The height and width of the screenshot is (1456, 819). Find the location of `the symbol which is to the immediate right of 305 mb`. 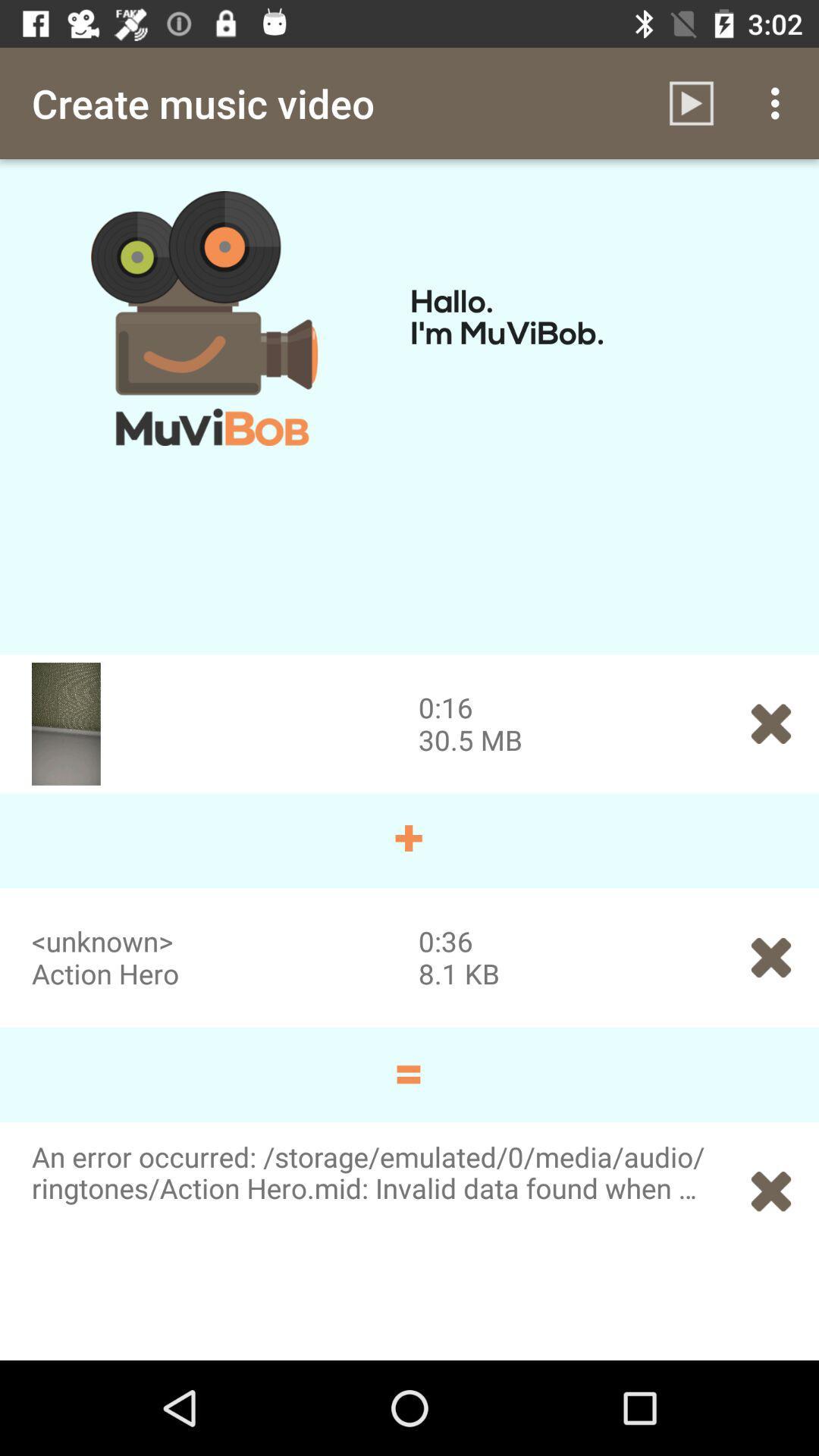

the symbol which is to the immediate right of 305 mb is located at coordinates (771, 723).